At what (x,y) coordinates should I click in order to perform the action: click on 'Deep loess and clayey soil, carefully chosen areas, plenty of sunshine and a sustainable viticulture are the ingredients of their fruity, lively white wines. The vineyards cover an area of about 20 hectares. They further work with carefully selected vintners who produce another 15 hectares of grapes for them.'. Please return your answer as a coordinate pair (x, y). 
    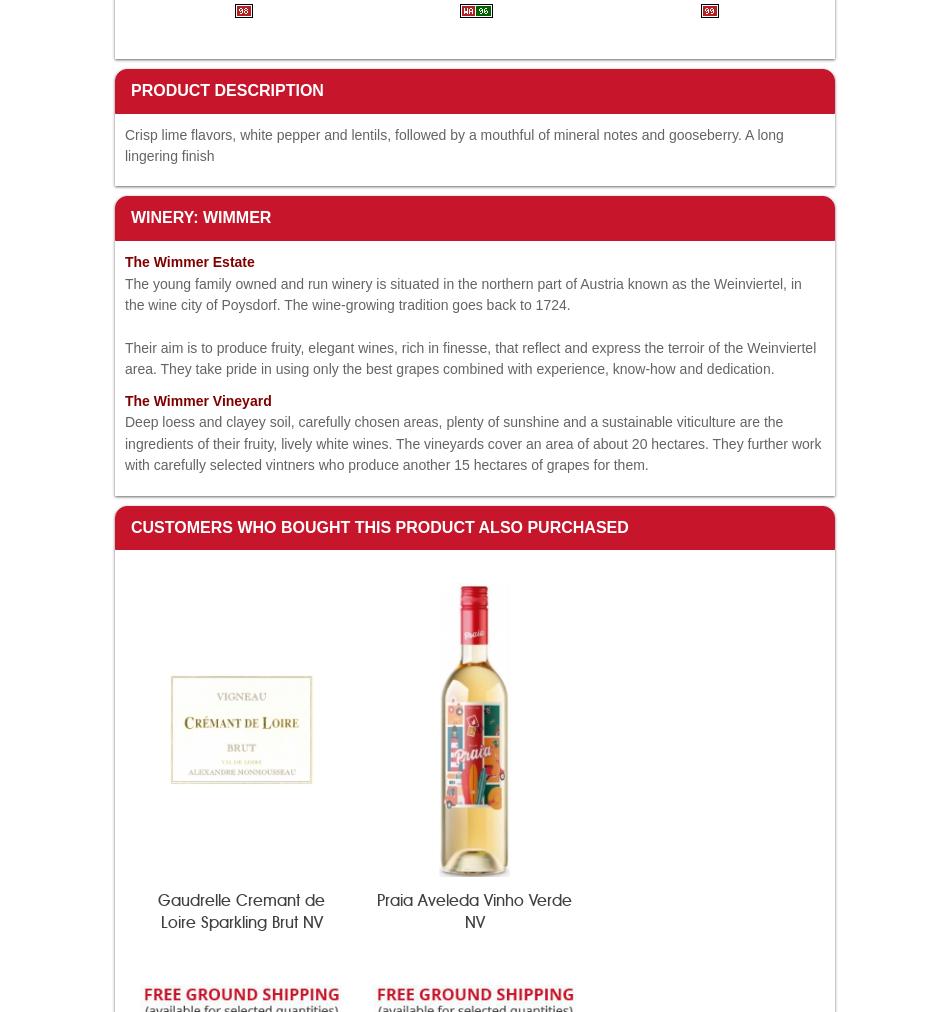
    Looking at the image, I should click on (472, 443).